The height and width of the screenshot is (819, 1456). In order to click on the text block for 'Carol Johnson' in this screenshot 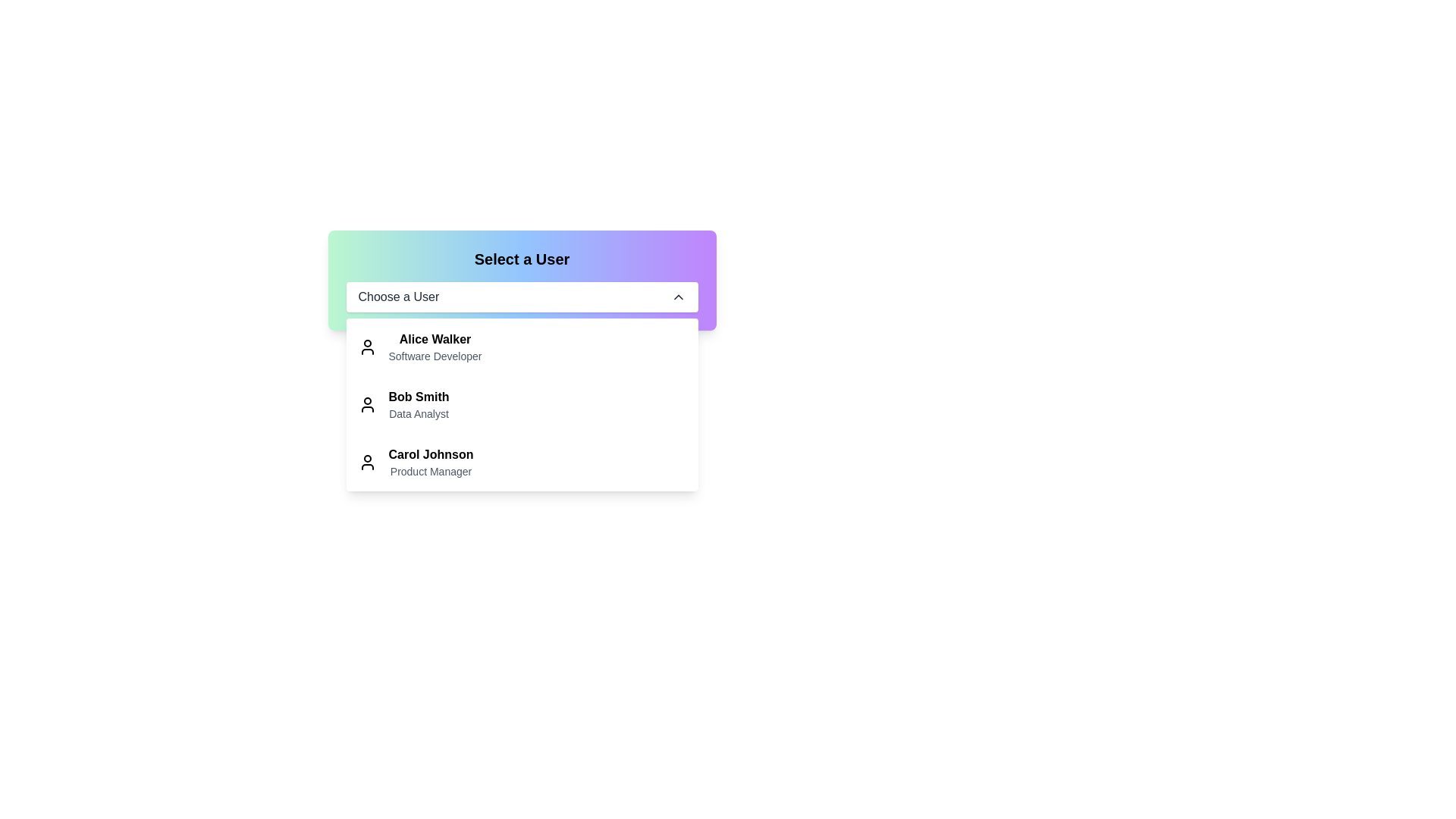, I will do `click(429, 461)`.